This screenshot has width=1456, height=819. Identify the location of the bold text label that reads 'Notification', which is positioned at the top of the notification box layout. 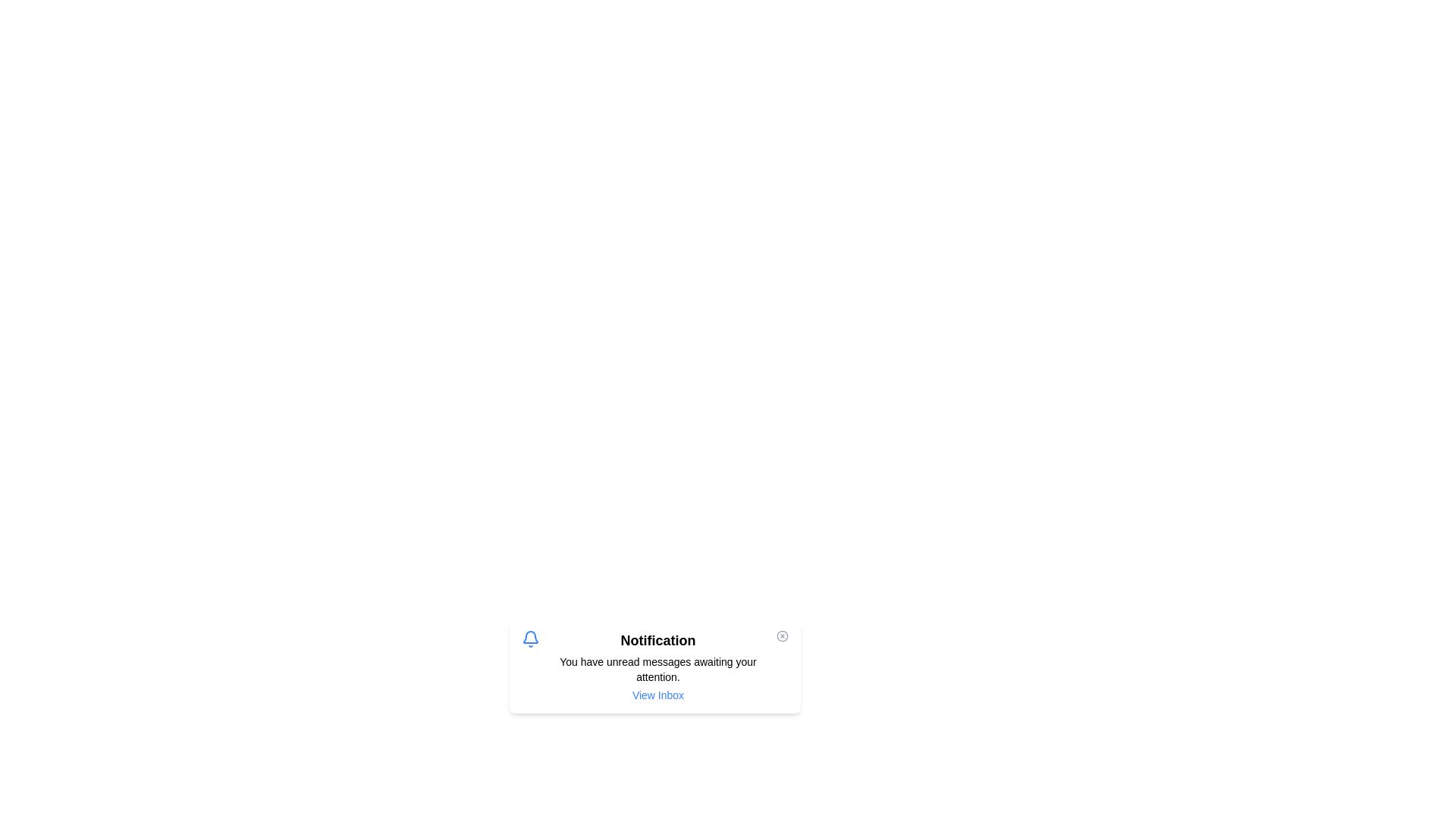
(658, 640).